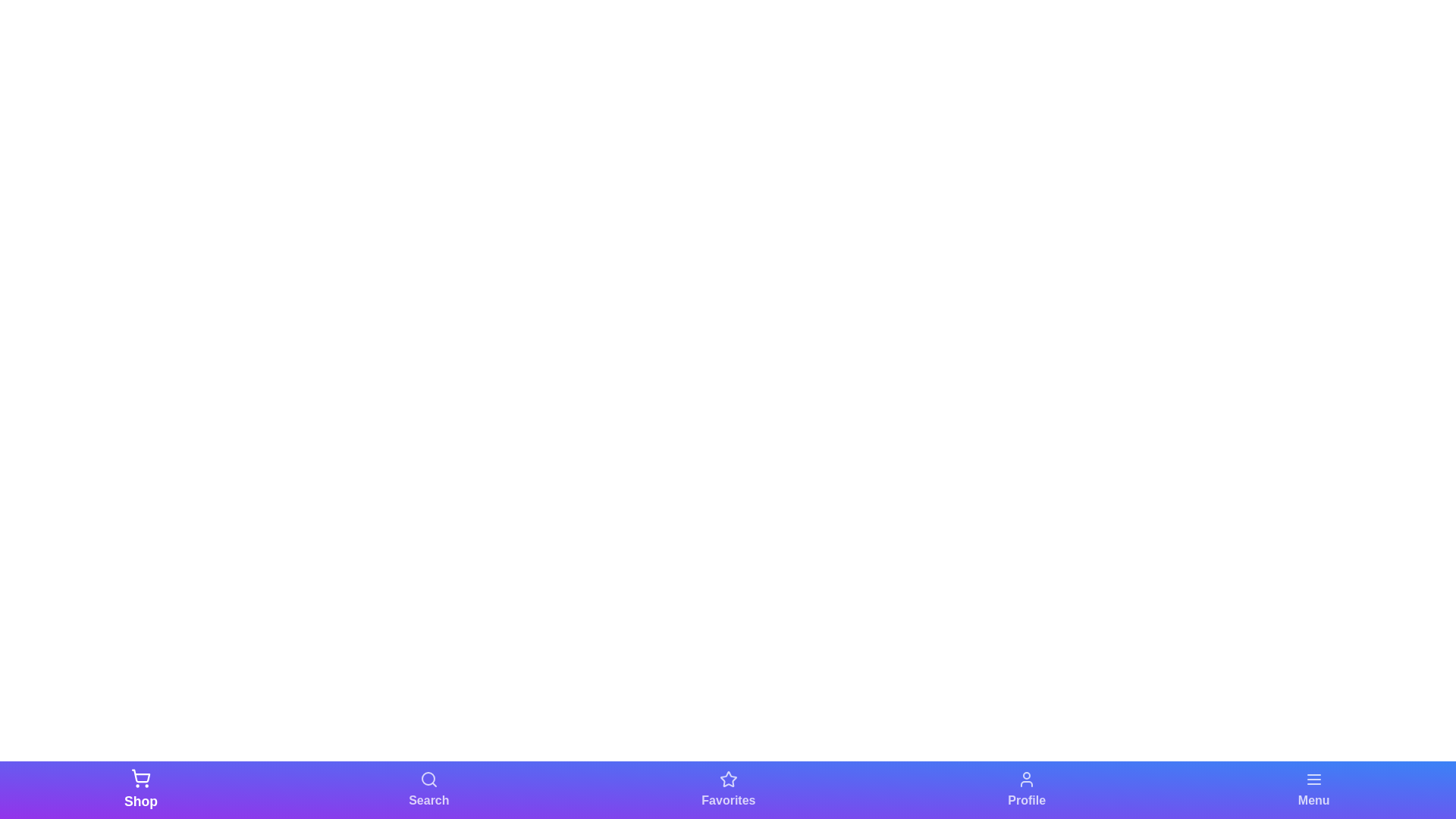  What do you see at coordinates (428, 789) in the screenshot?
I see `the Search tab in the bottom navigation bar` at bounding box center [428, 789].